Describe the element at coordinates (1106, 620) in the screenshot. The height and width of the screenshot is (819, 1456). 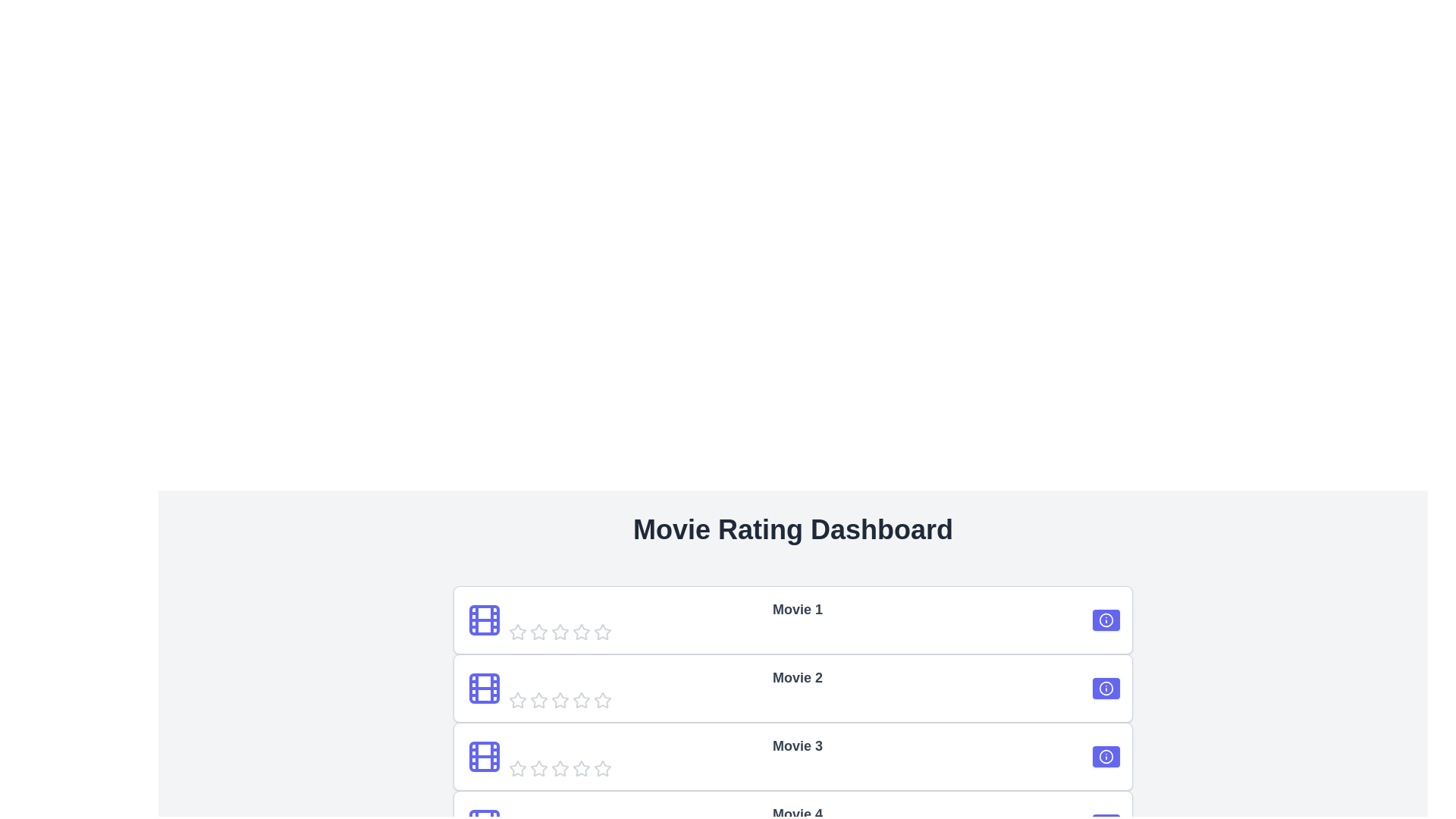
I see `the information icon of the first movie to view its details` at that location.